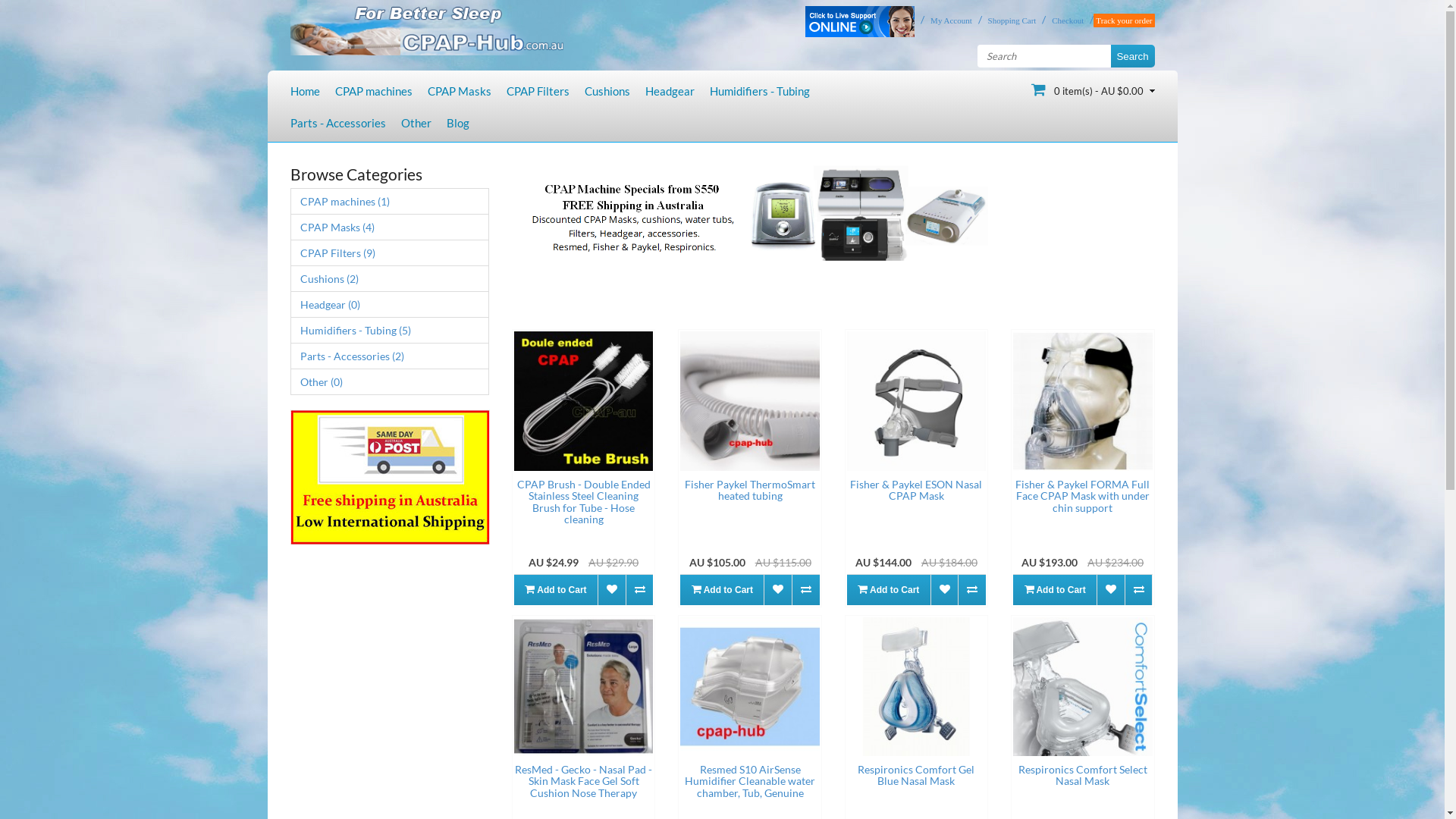 The height and width of the screenshot is (819, 1456). What do you see at coordinates (415, 122) in the screenshot?
I see `'Other'` at bounding box center [415, 122].